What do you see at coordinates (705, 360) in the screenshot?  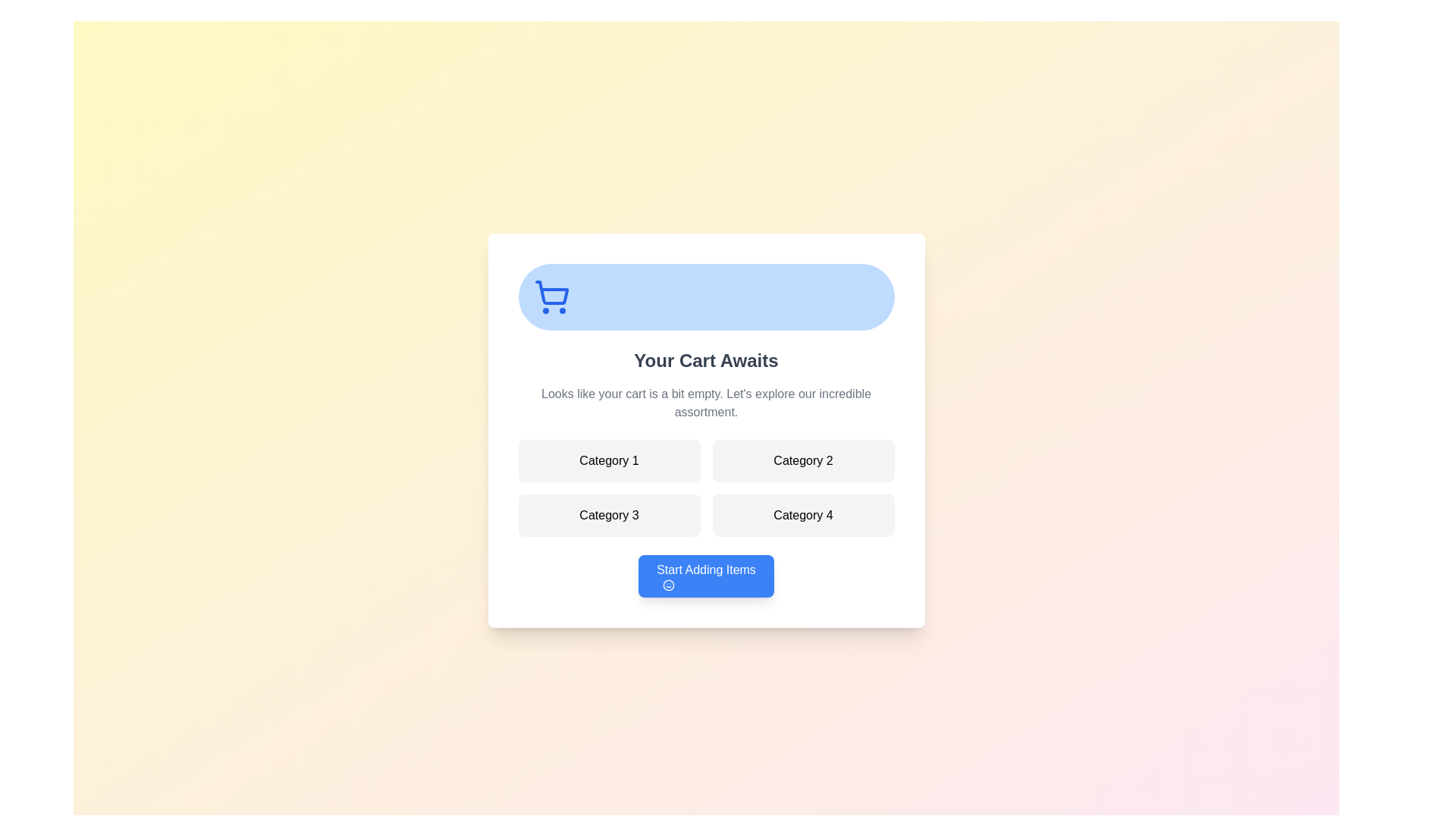 I see `the Static Text Header that reads 'Your Cart Awaits', which is bold and large-sized, styled in gray, located centrally beneath a shopping cart icon` at bounding box center [705, 360].